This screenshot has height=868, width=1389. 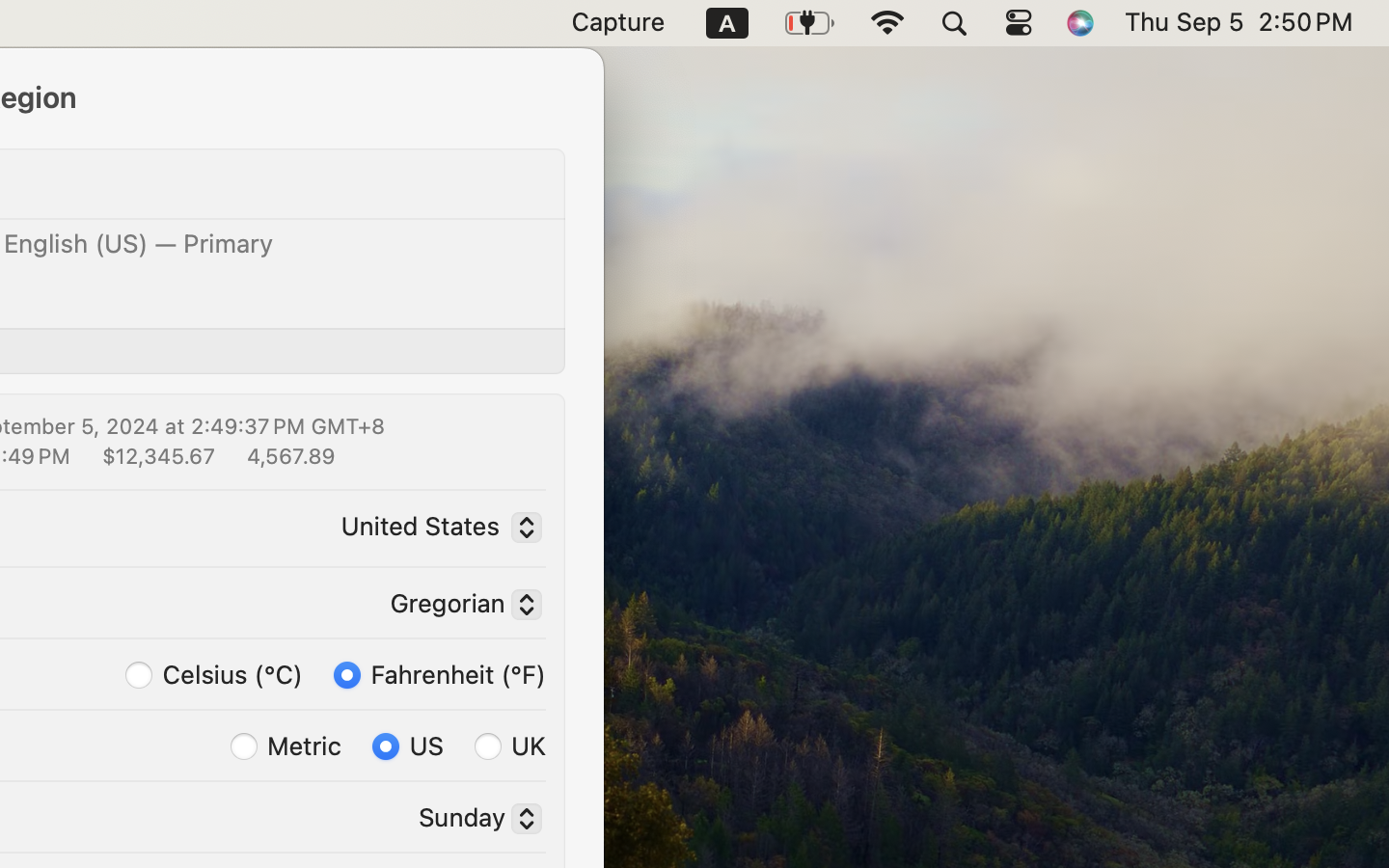 I want to click on 'Gregorian', so click(x=458, y=607).